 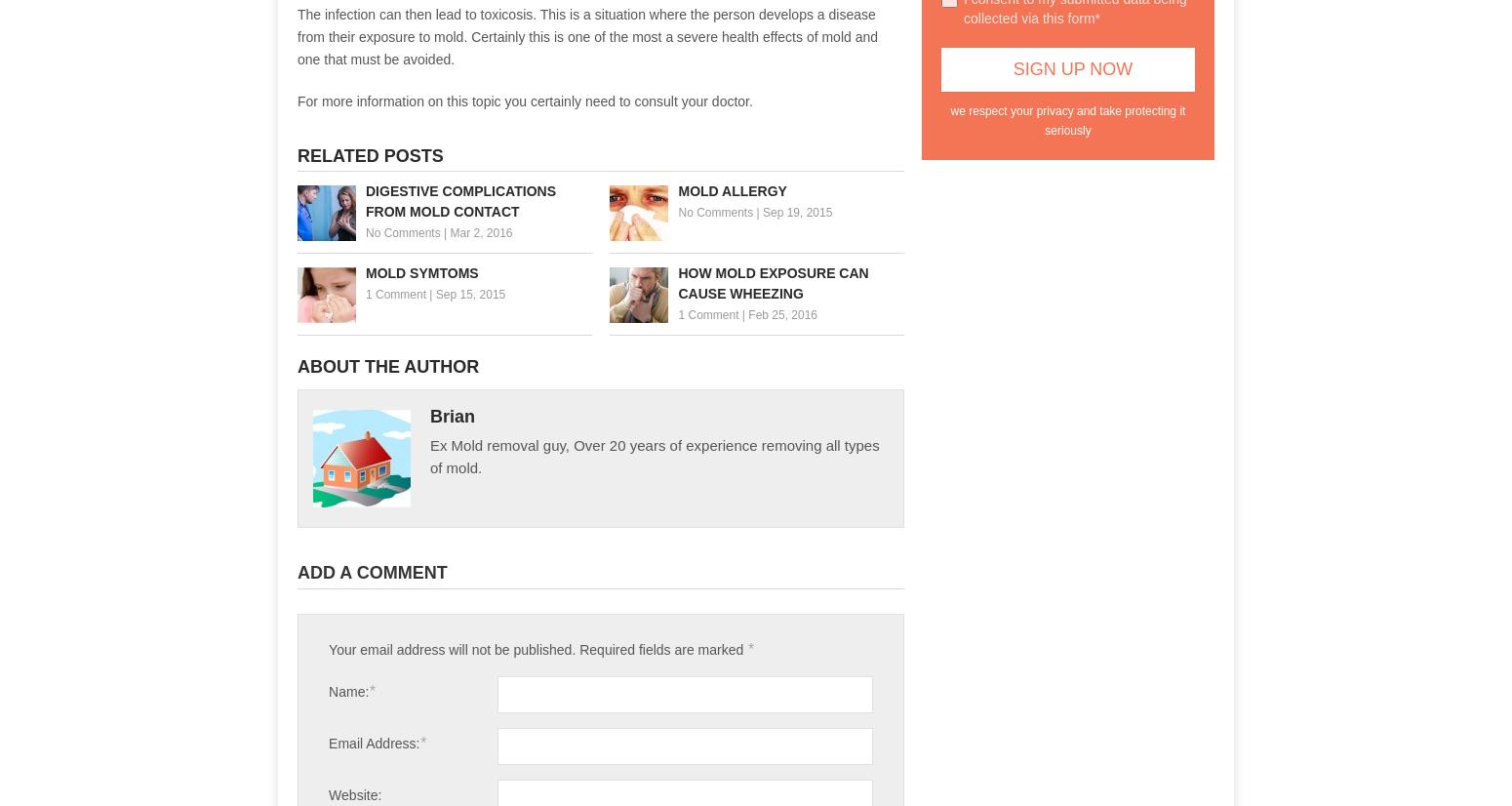 What do you see at coordinates (772, 281) in the screenshot?
I see `'How Mold Exposure can cause Wheezing'` at bounding box center [772, 281].